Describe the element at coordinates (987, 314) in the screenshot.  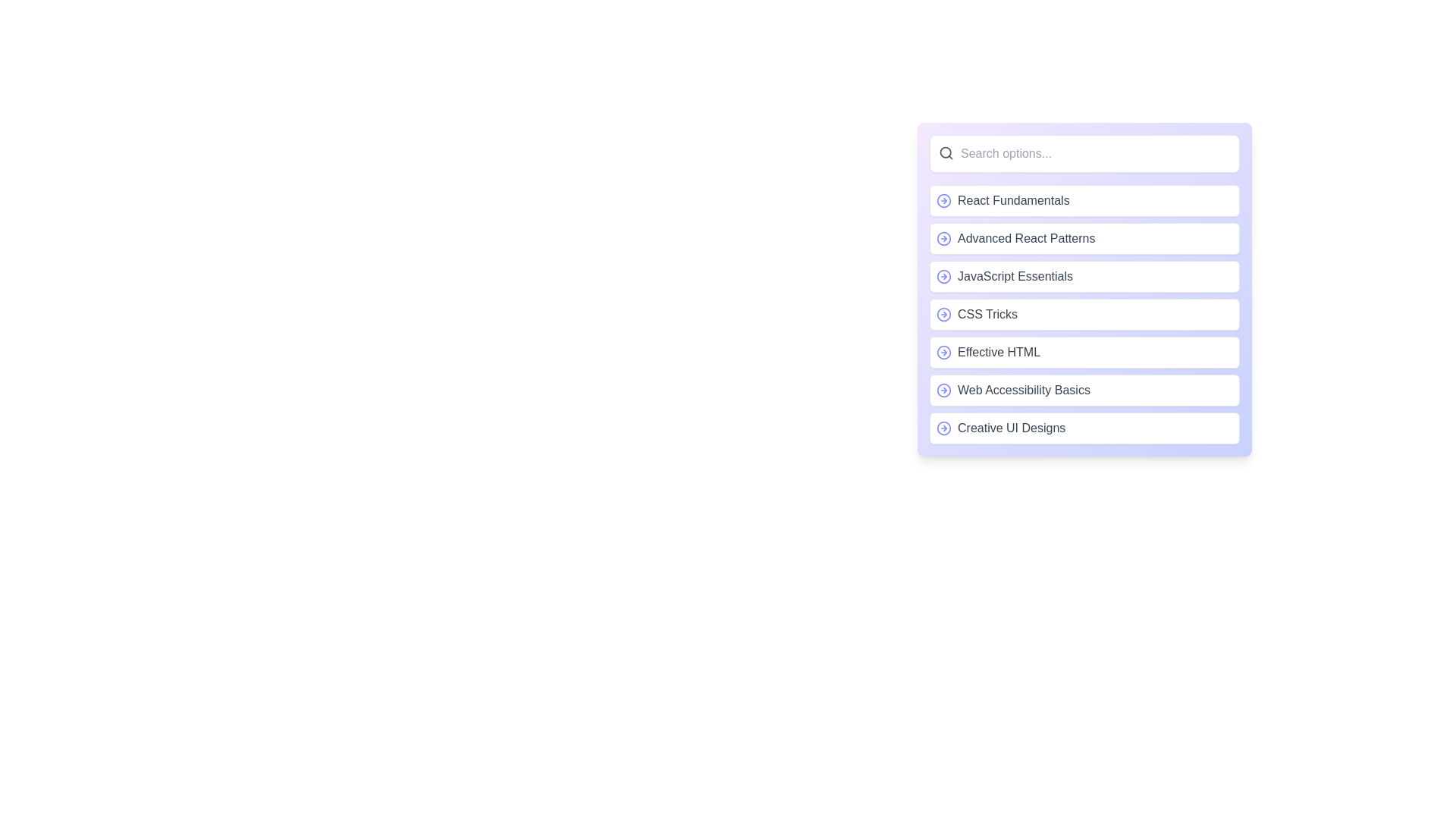
I see `the fourth Text label in the list, which provides identification for the corresponding option, located to the right of a circular arrow icon` at that location.